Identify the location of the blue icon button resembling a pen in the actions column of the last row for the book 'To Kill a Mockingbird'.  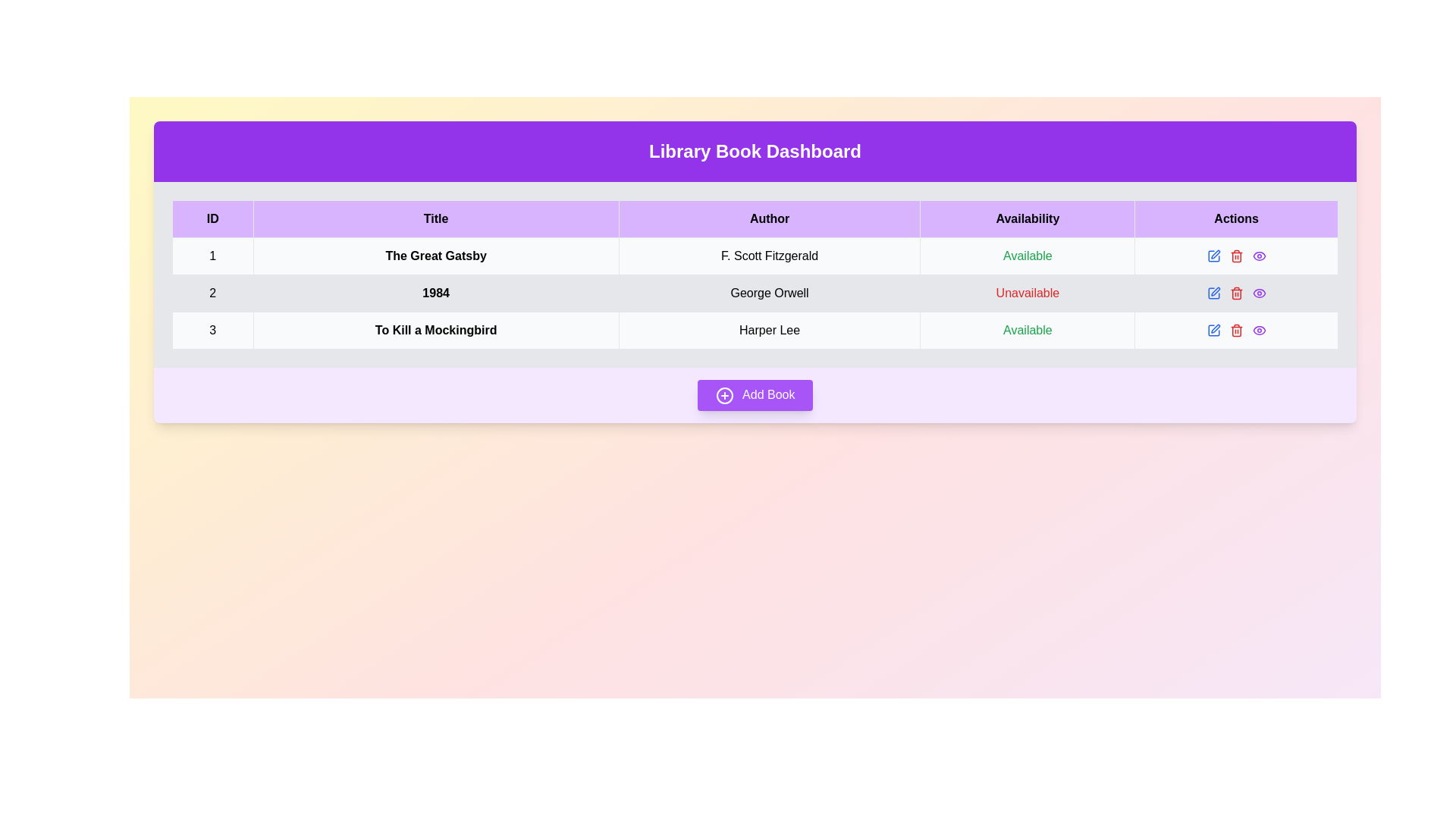
(1213, 329).